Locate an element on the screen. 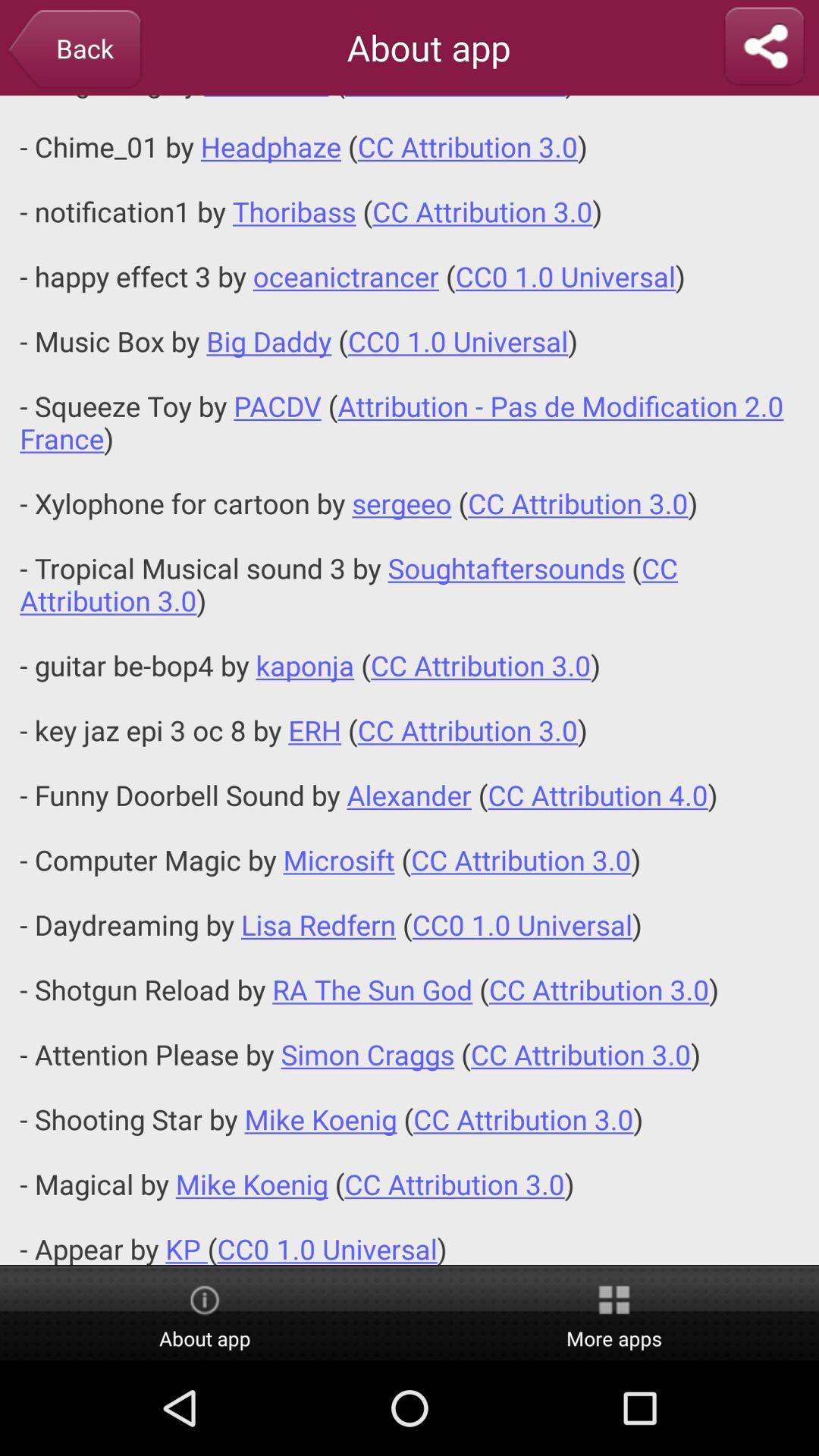  the button at the bottom right corner is located at coordinates (614, 1313).